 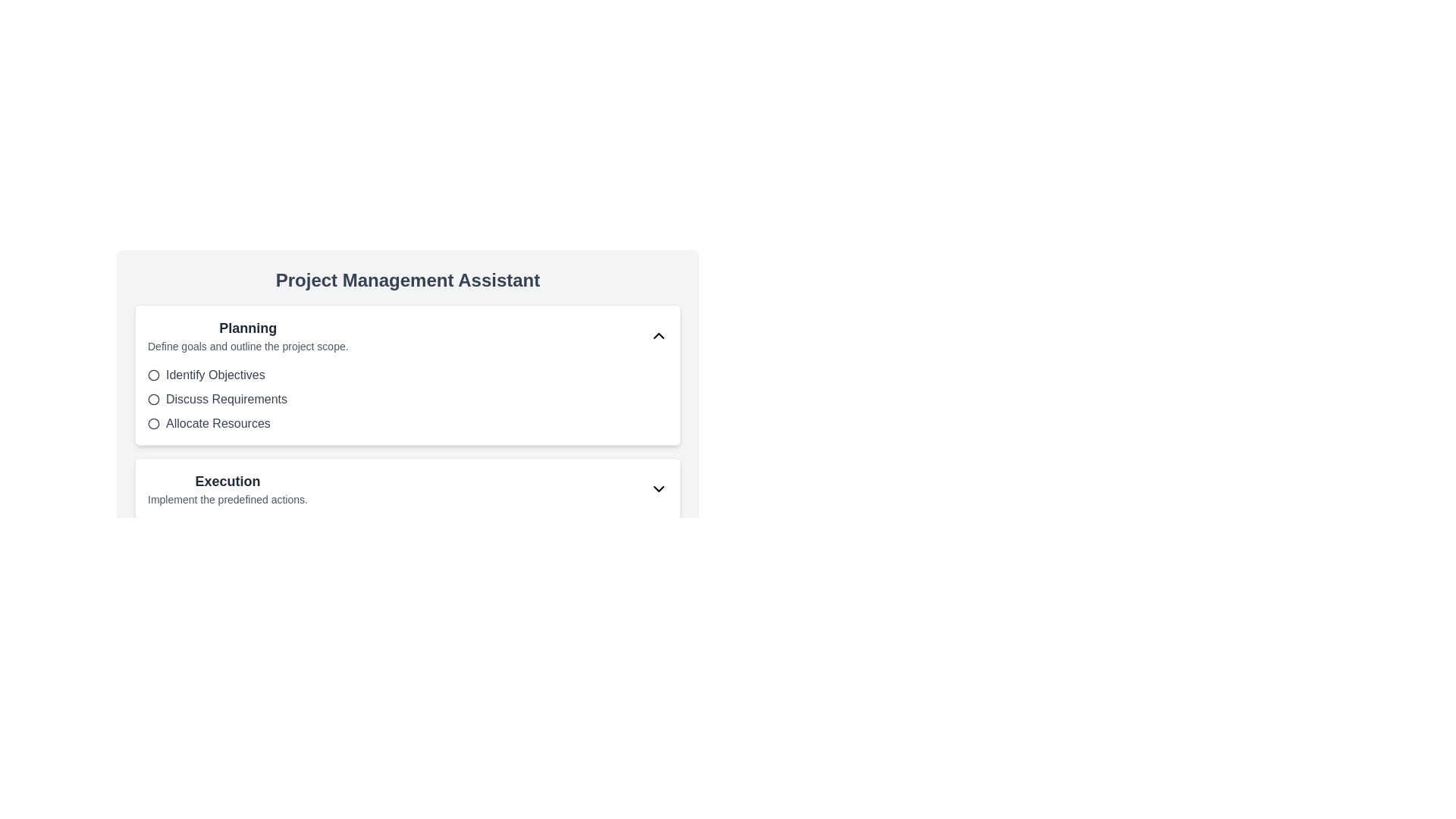 I want to click on the upward-facing chevron icon, which is styled with a simple outlined design in black, located to the right of the bold 'Planning' text, so click(x=658, y=335).